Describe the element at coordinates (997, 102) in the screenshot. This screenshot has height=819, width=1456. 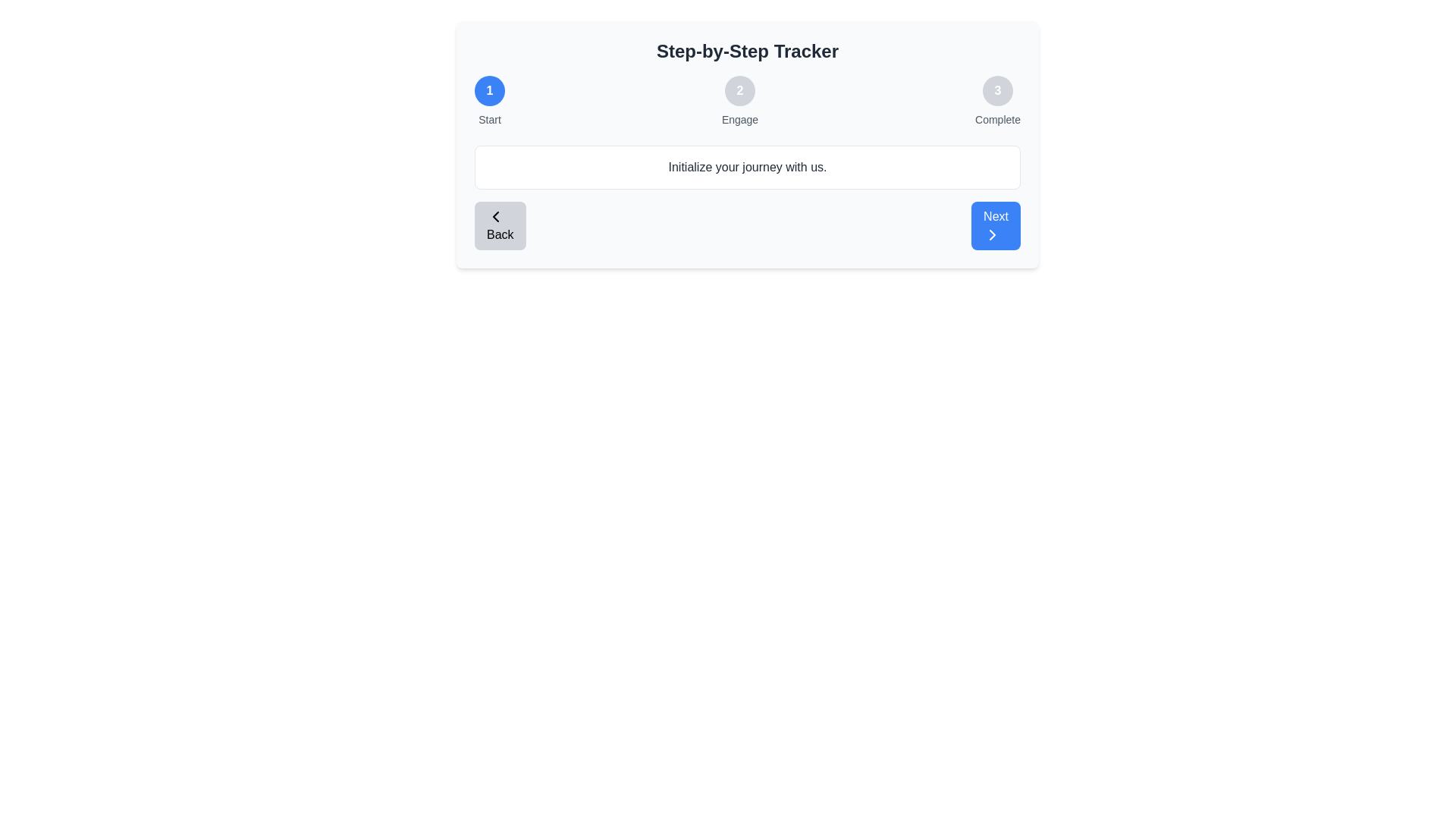
I see `the third step in the step-by-step process tracker, which is located to the right of the 'Engage' step` at that location.